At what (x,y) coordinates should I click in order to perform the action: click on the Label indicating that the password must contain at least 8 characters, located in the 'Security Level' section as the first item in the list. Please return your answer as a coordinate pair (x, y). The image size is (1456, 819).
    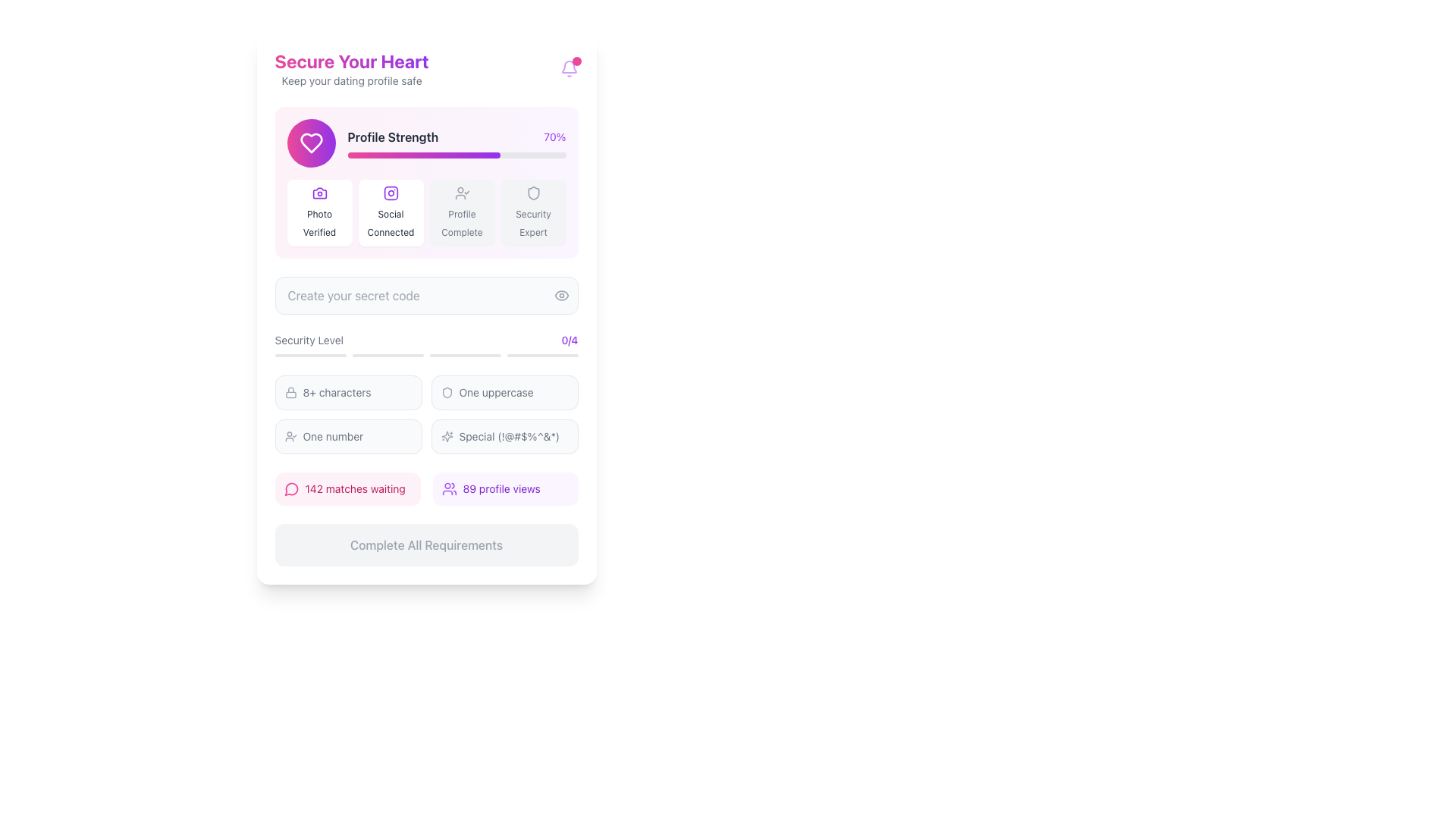
    Looking at the image, I should click on (347, 391).